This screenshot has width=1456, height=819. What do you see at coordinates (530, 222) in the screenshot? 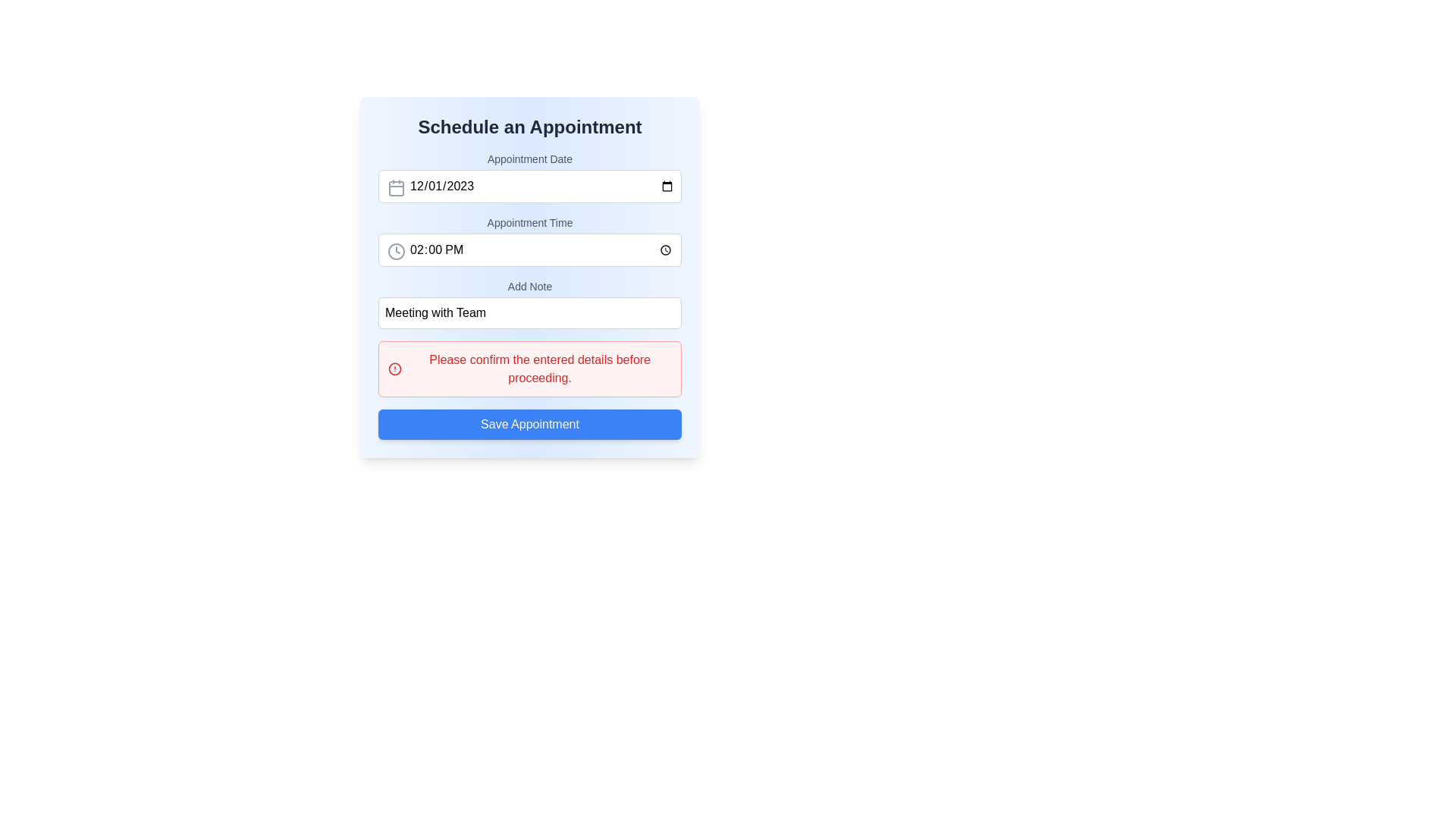
I see `the label that displays 'Appointment Time', which is positioned above the time selector and between the 'Appointment Date' field and the time selector box` at bounding box center [530, 222].